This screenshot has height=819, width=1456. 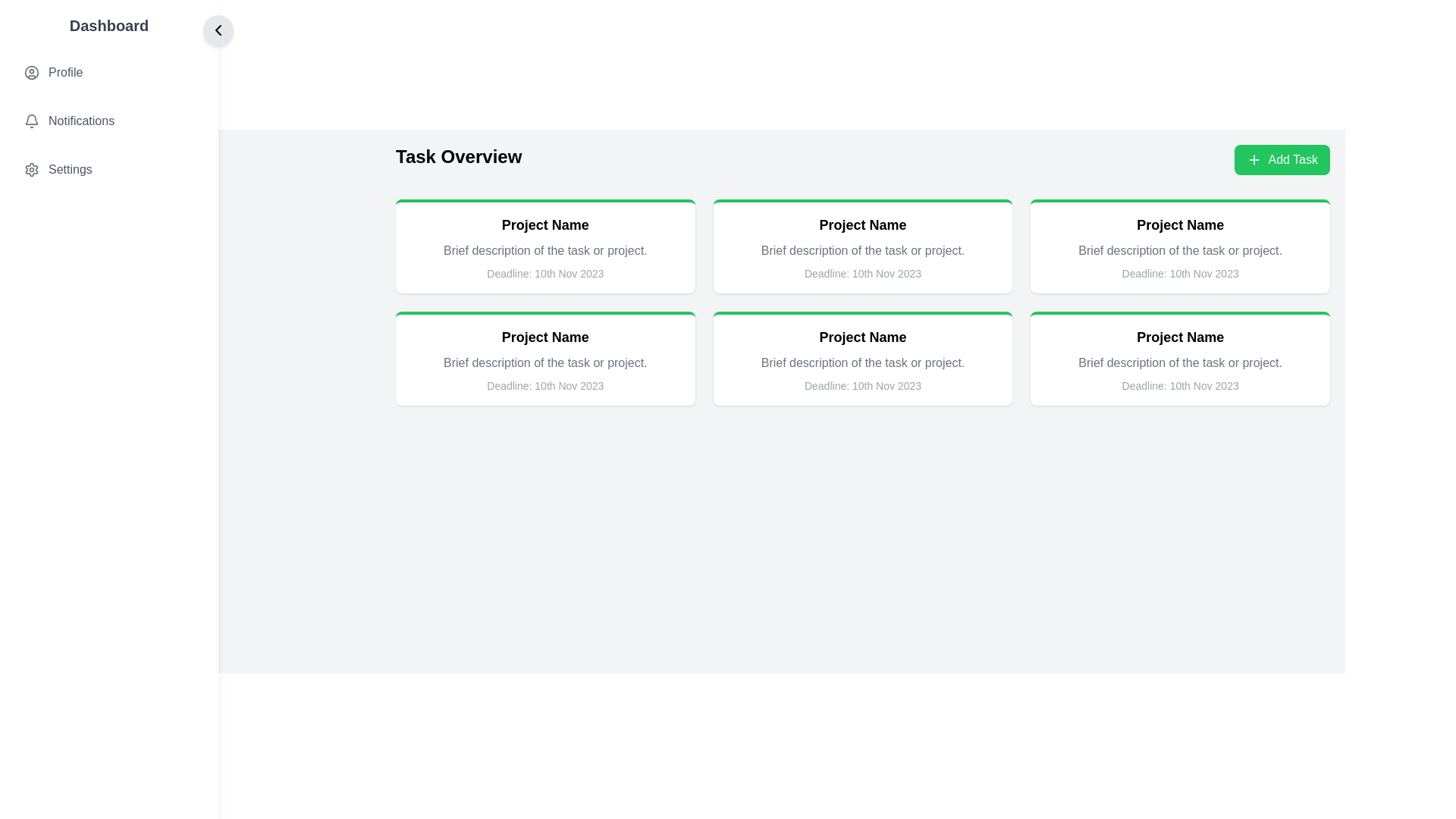 I want to click on text that provides a concise overview or explanation about the associated project or task, located in the center section of the first project card in the task overview, so click(x=545, y=250).